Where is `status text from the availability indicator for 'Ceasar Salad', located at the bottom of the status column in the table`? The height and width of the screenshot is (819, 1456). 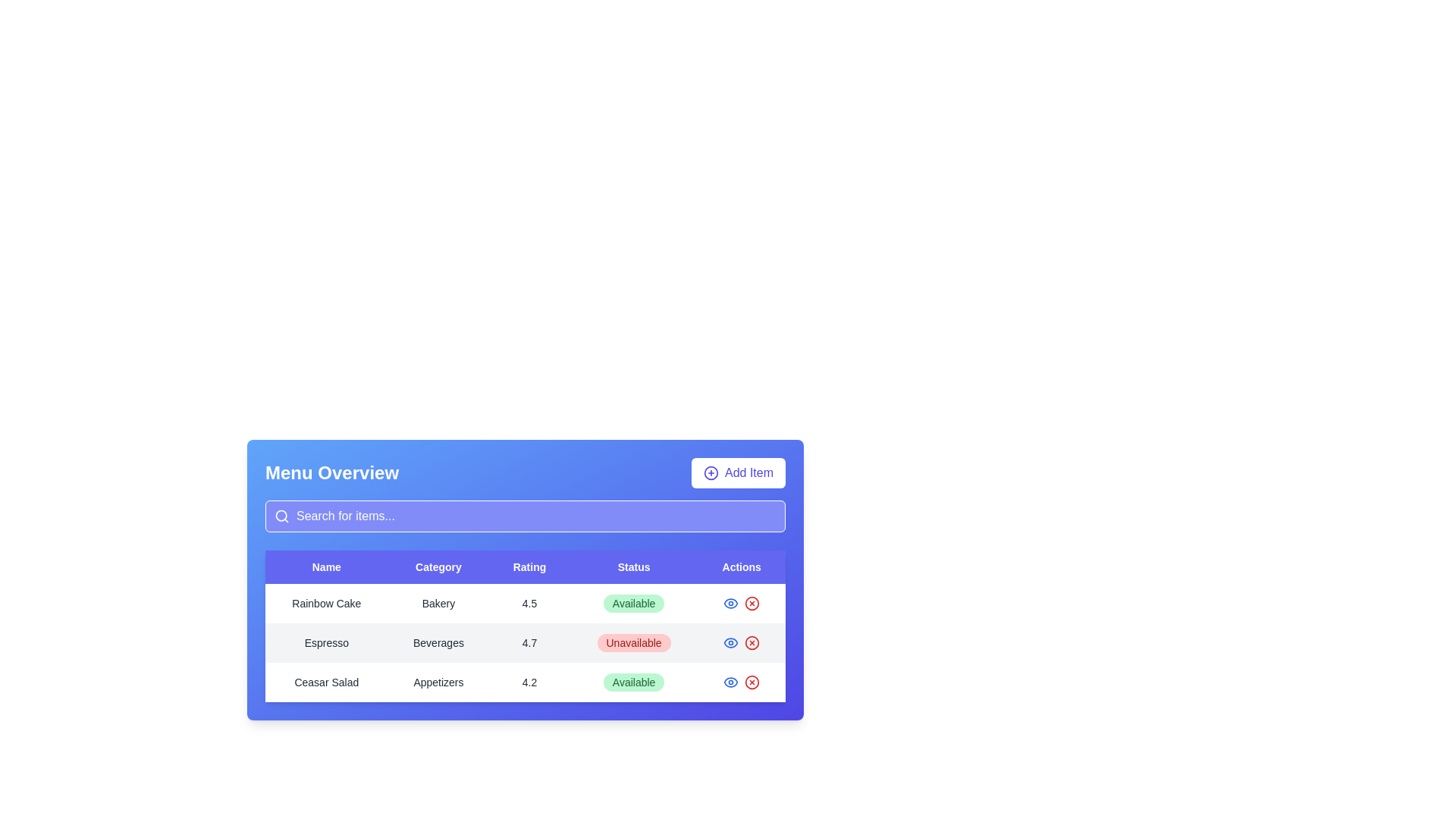 status text from the availability indicator for 'Ceasar Salad', located at the bottom of the status column in the table is located at coordinates (634, 681).